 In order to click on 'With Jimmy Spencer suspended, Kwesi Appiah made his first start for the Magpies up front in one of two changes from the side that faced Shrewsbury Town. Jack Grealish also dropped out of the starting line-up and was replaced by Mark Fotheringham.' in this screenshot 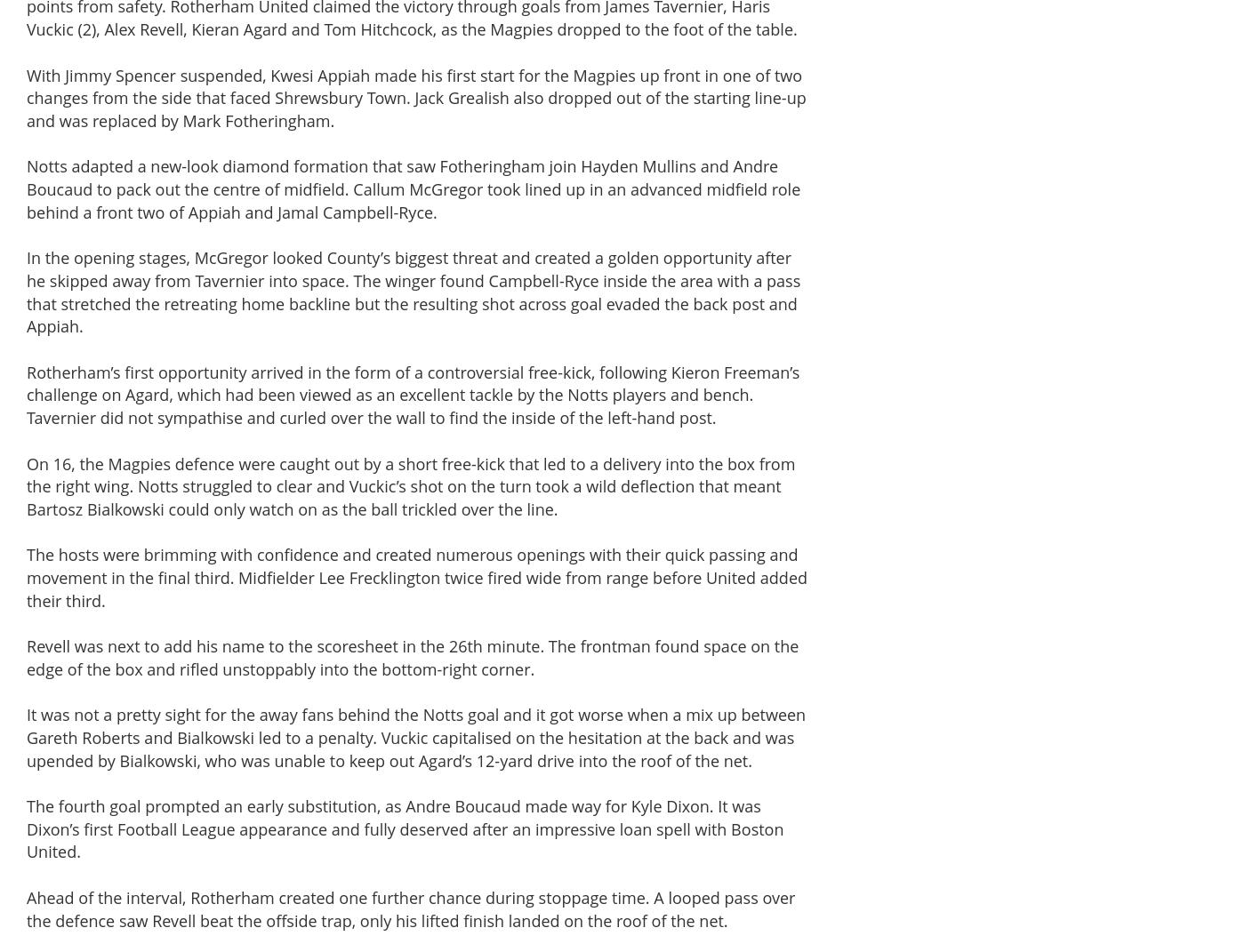, I will do `click(416, 97)`.